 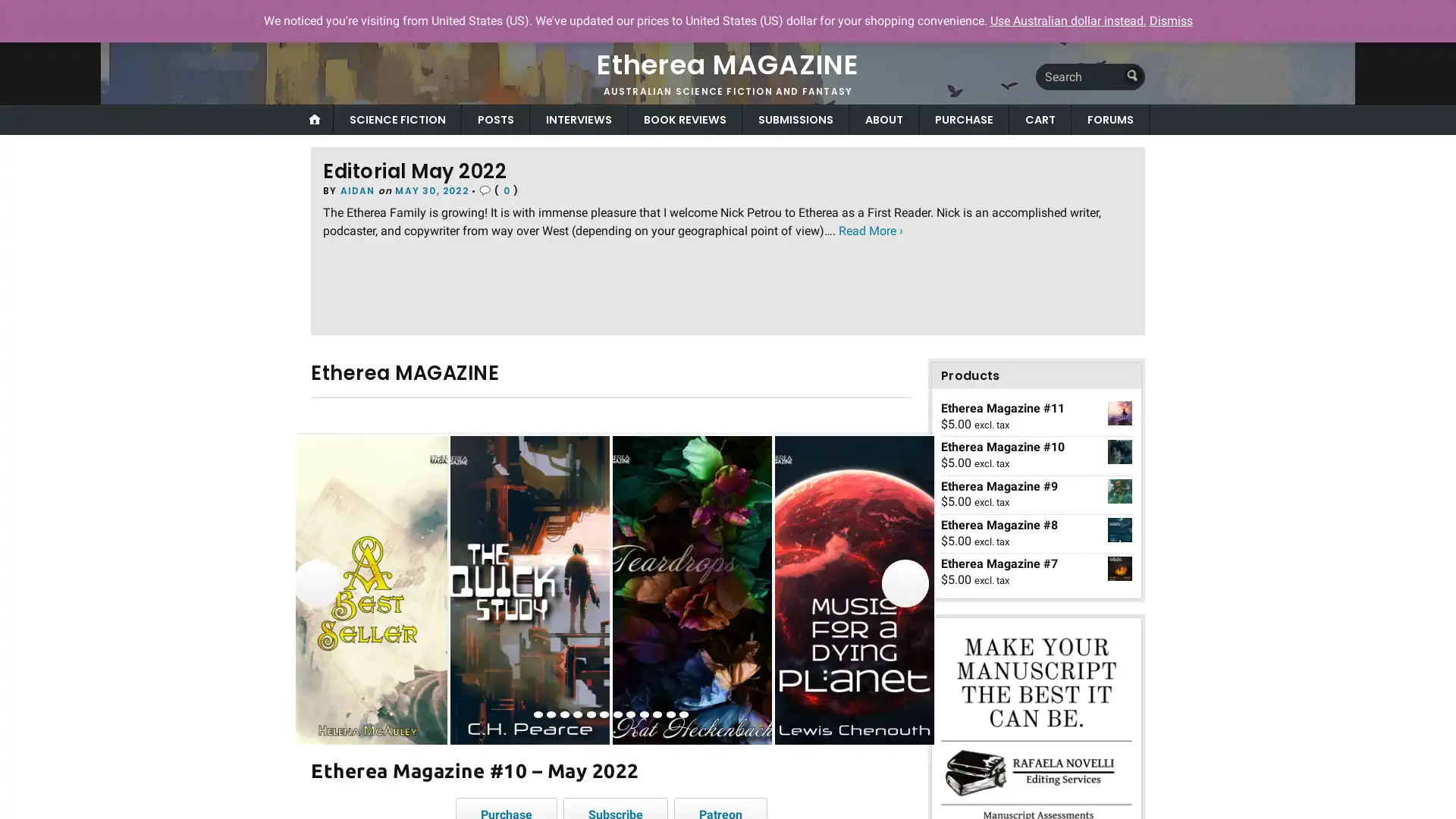 I want to click on view image 9 of 12 in carousel, so click(x=644, y=714).